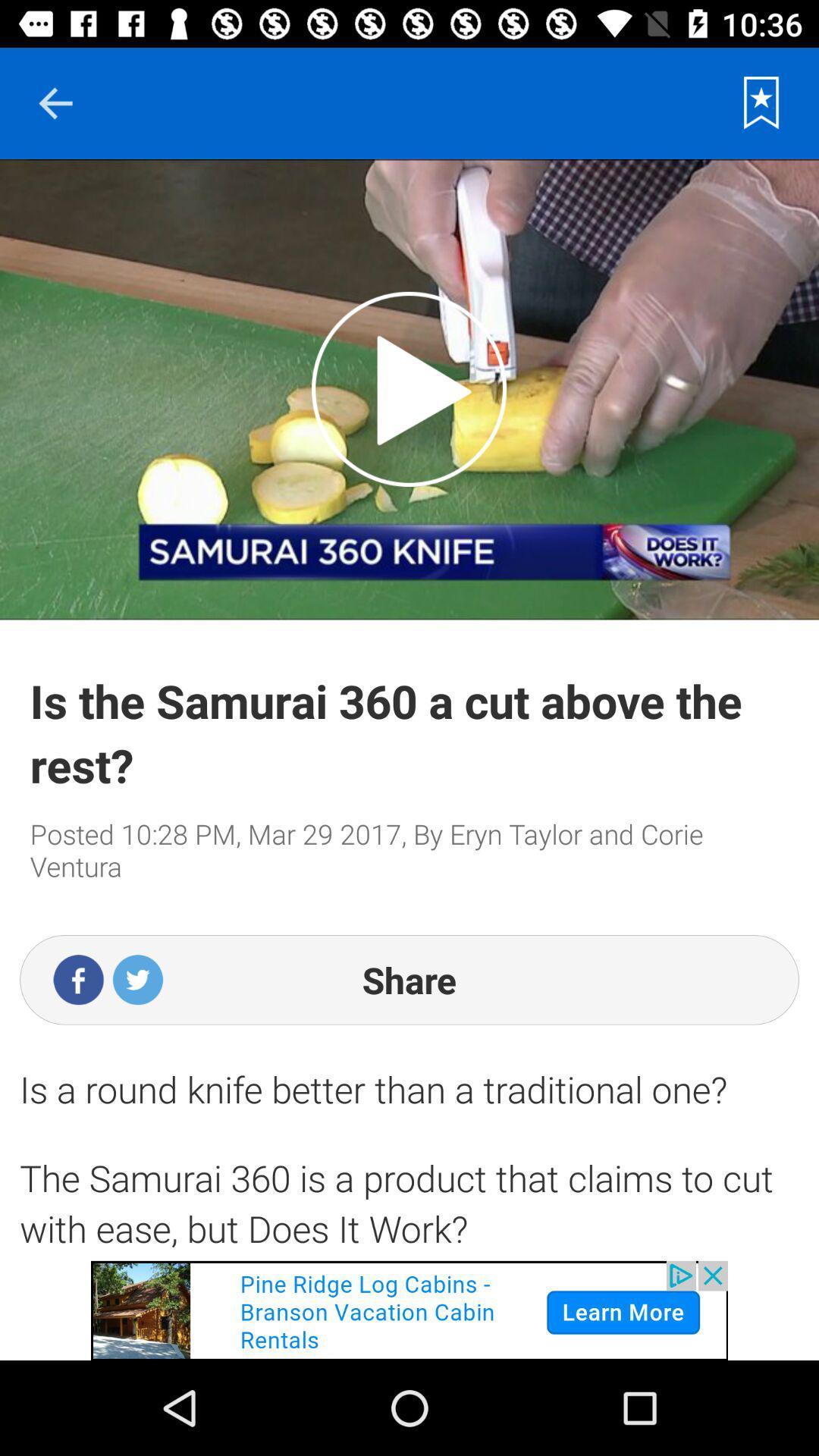 The width and height of the screenshot is (819, 1456). I want to click on back button, so click(55, 102).